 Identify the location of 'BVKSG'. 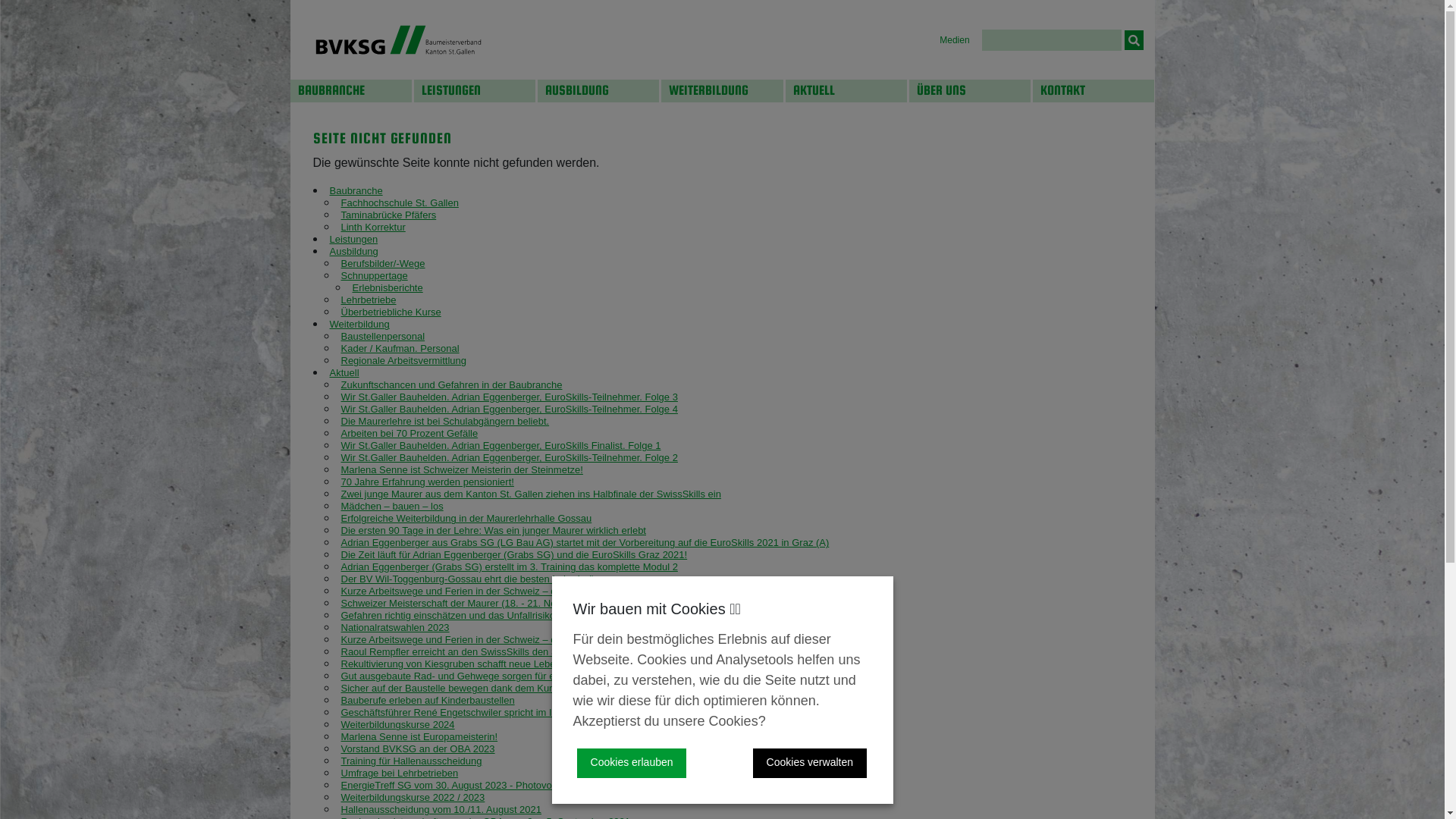
(397, 39).